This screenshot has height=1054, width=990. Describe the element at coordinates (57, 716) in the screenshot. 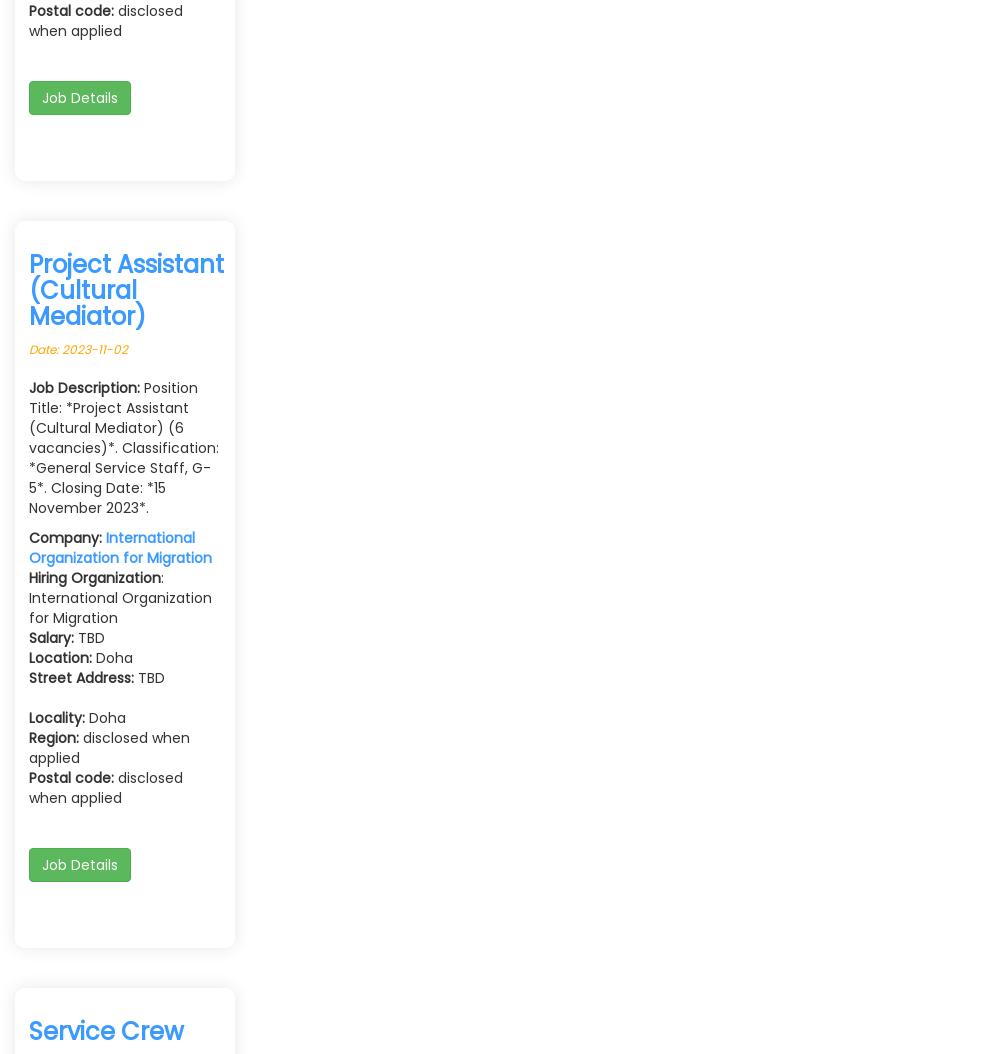

I see `'Locality:'` at that location.